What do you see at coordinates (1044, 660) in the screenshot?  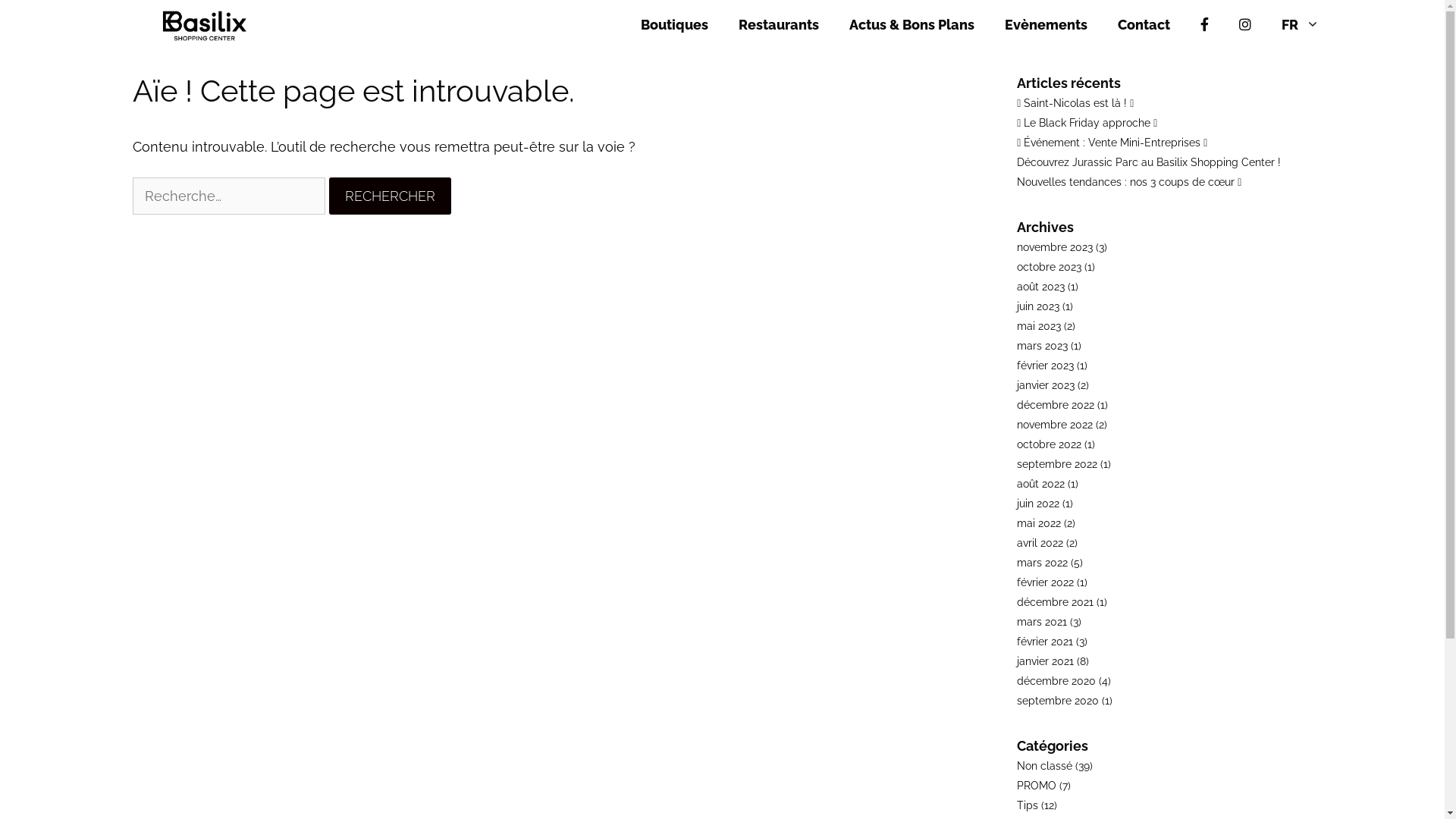 I see `'janvier 2021'` at bounding box center [1044, 660].